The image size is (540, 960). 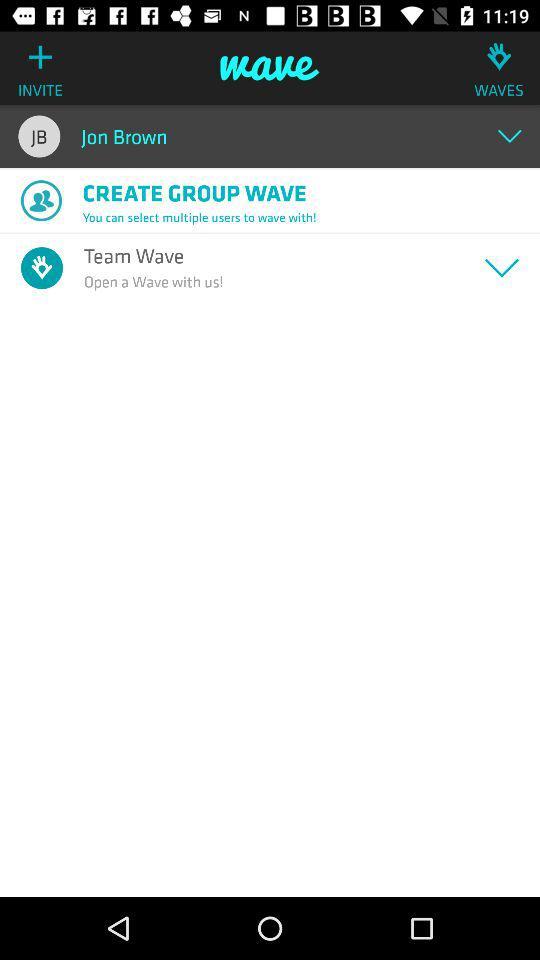 What do you see at coordinates (270, 68) in the screenshot?
I see `the item above the jon brown item` at bounding box center [270, 68].